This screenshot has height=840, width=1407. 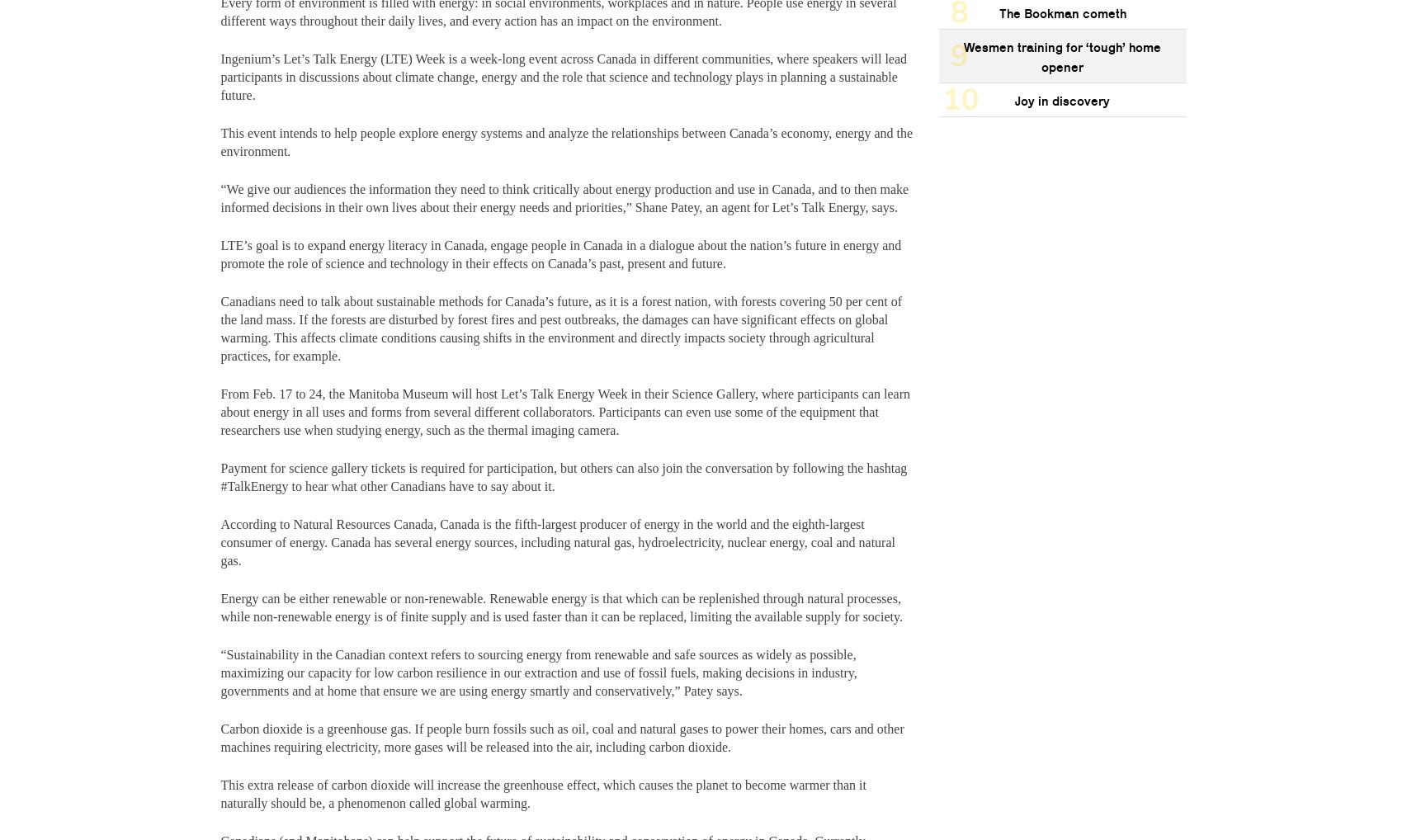 What do you see at coordinates (564, 76) in the screenshot?
I see `'Ingenium’s Let’s Talk Energy (LTE) Week is a week-long event across Canada in different communities, where speakers will lead participants in discussions about climate change, energy and the role that science and technology plays in planning a sustainable future.'` at bounding box center [564, 76].